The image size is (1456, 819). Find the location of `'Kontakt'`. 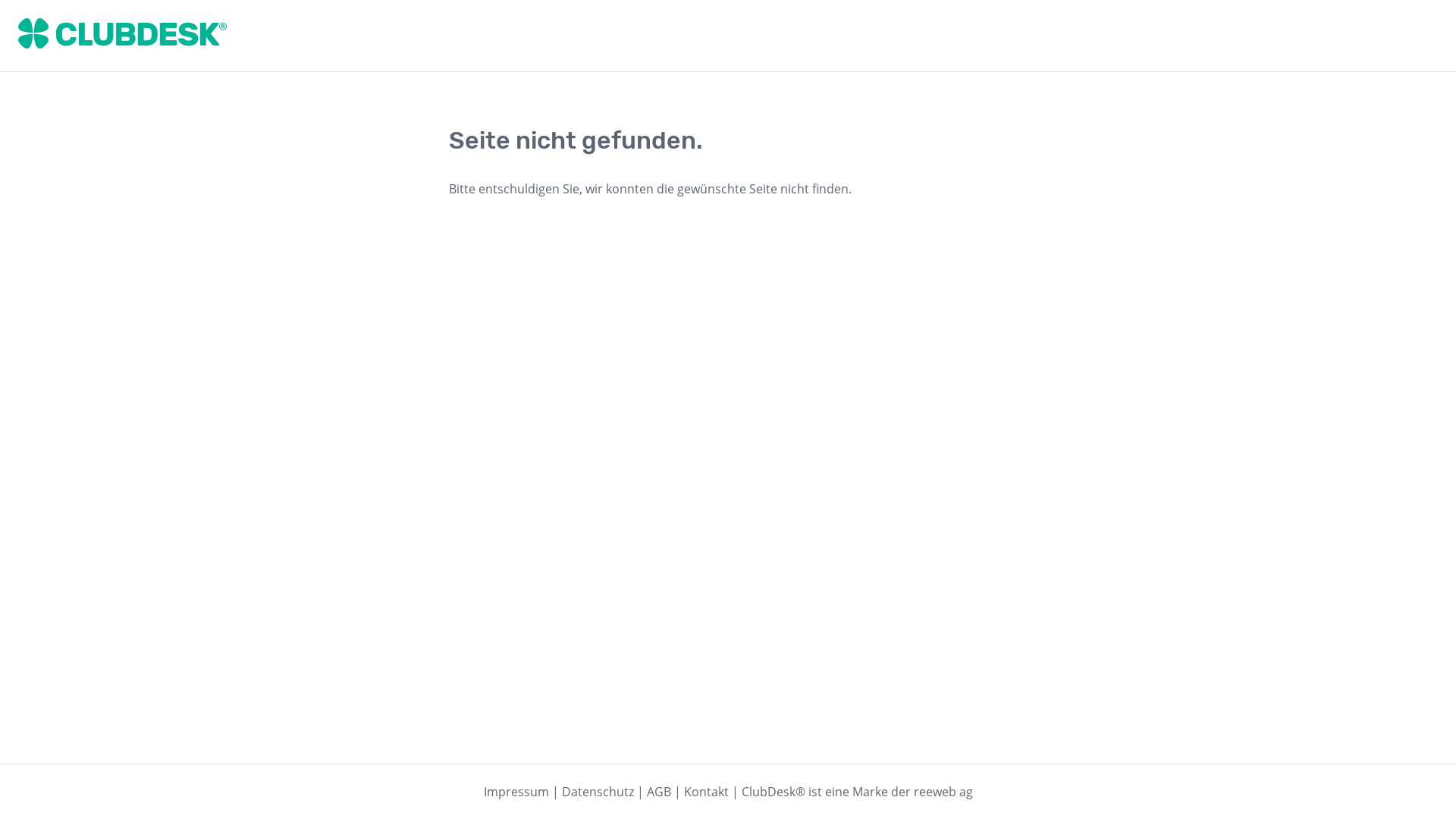

'Kontakt' is located at coordinates (705, 791).